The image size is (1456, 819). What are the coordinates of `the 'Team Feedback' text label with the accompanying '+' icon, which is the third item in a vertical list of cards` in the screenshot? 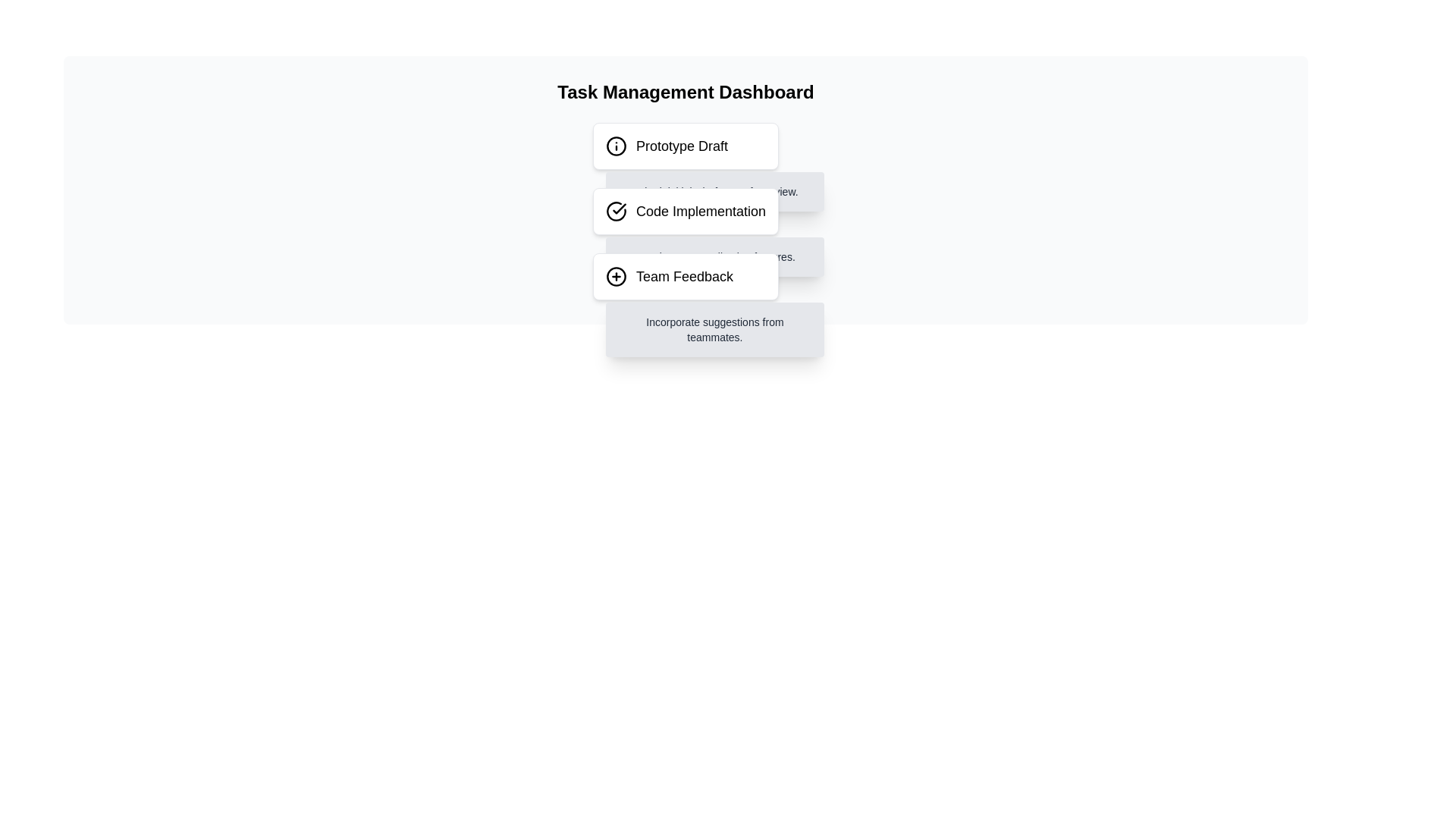 It's located at (685, 277).